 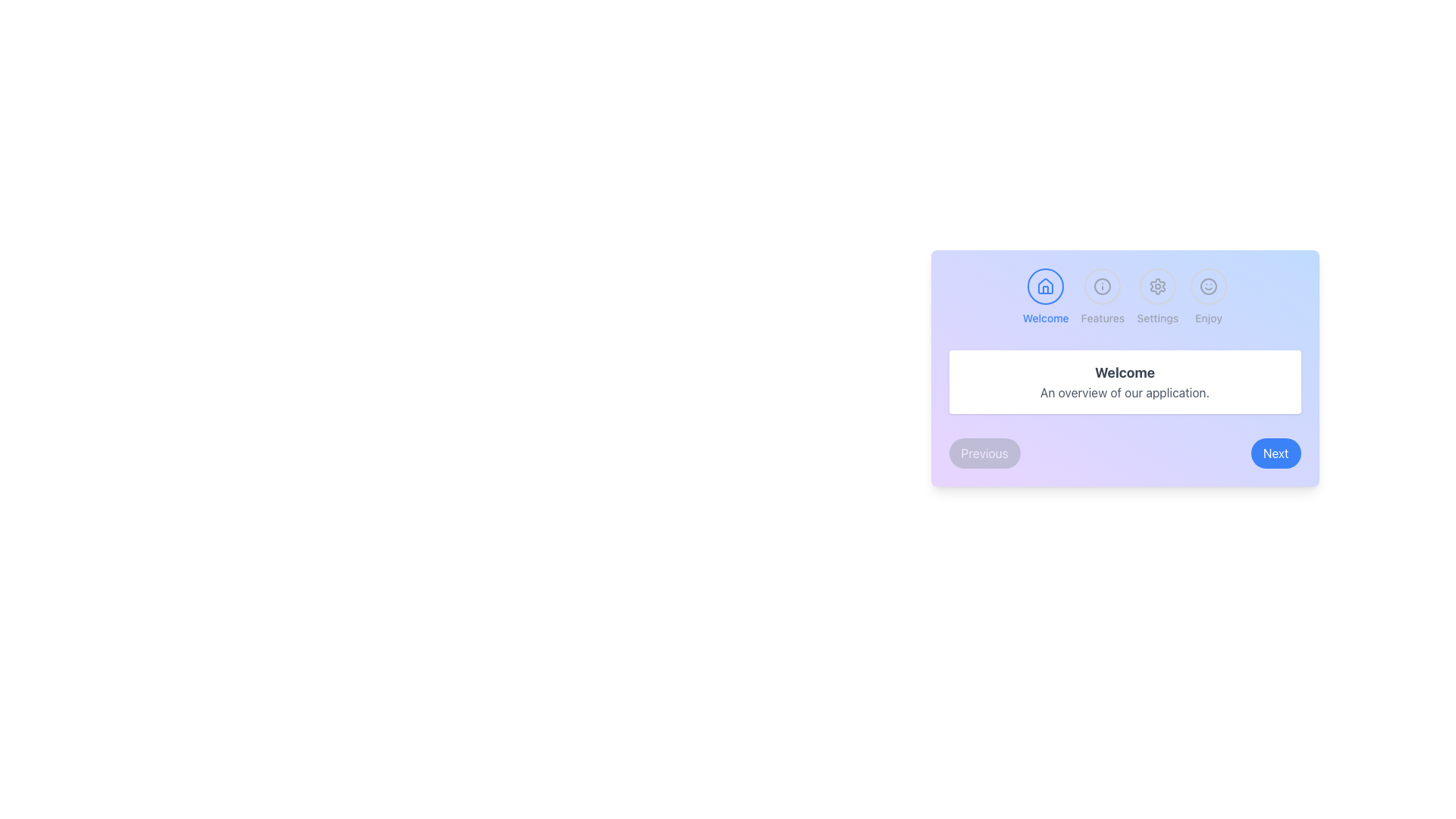 I want to click on the settings icon button located in the toolbar, so click(x=1156, y=287).